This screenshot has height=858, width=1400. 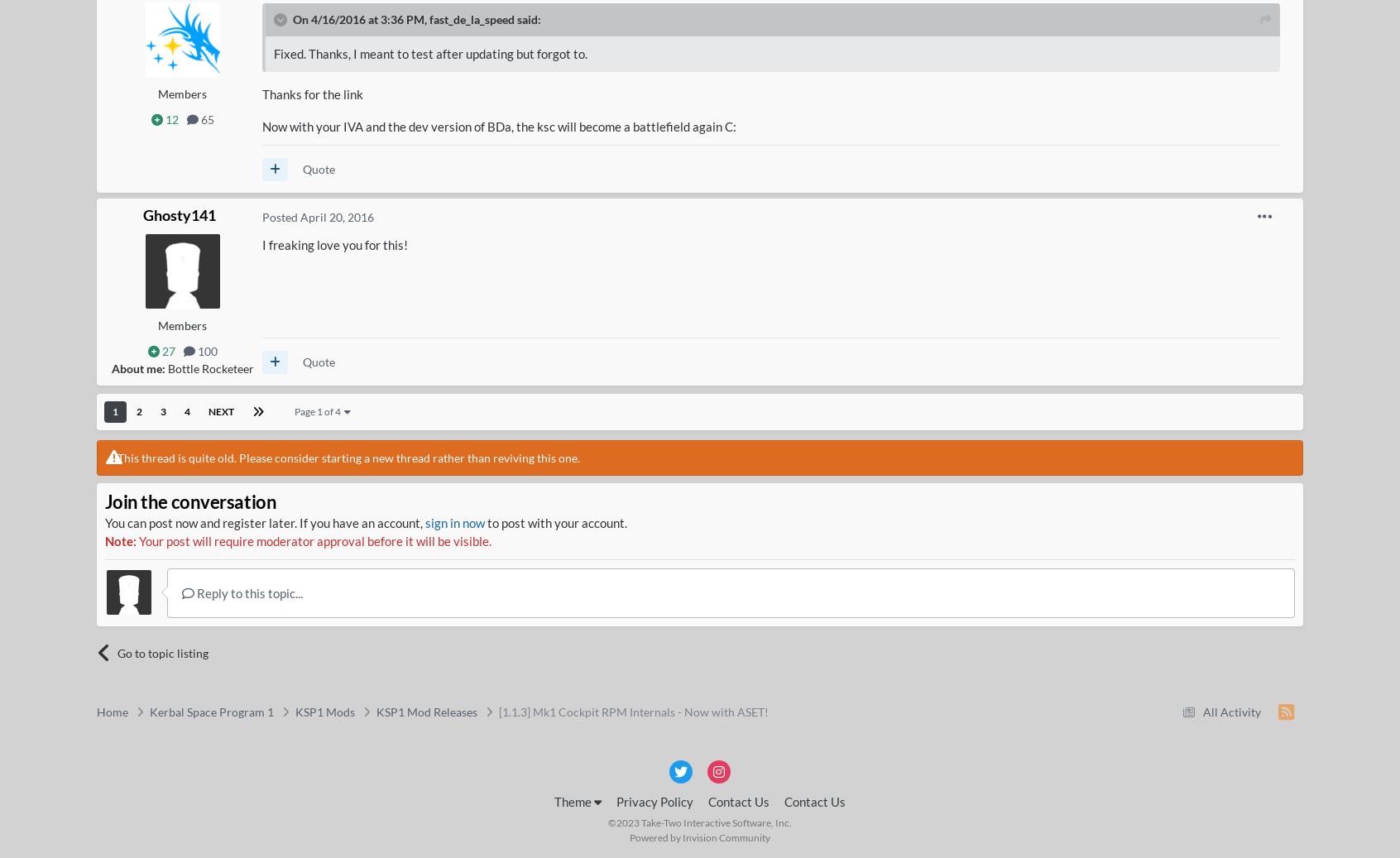 I want to click on 'Next', so click(x=207, y=410).